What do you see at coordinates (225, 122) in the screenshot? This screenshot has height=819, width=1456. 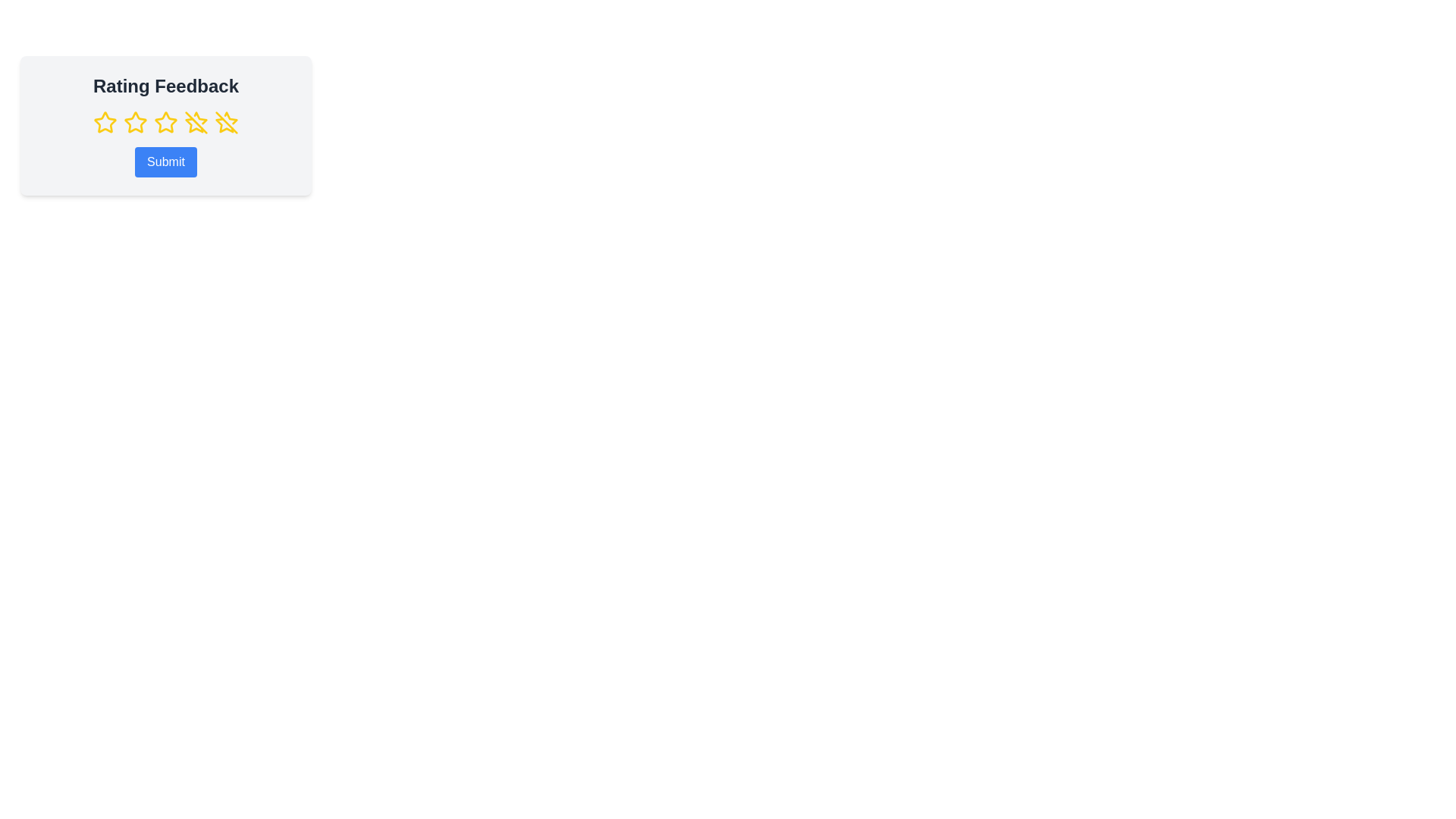 I see `the fifth star icon in the five-star rating system` at bounding box center [225, 122].